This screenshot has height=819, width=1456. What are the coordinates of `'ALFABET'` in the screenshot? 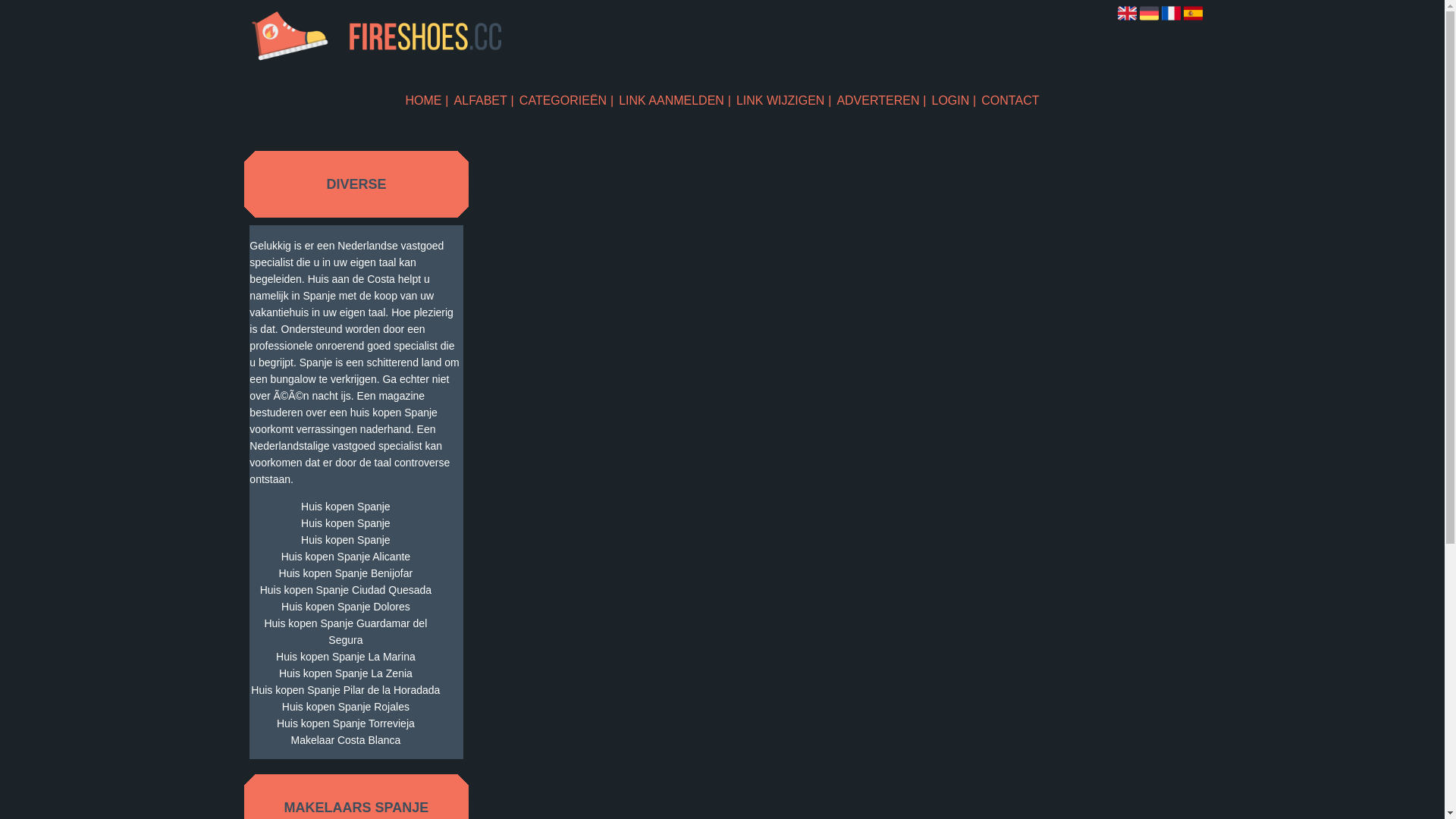 It's located at (453, 100).